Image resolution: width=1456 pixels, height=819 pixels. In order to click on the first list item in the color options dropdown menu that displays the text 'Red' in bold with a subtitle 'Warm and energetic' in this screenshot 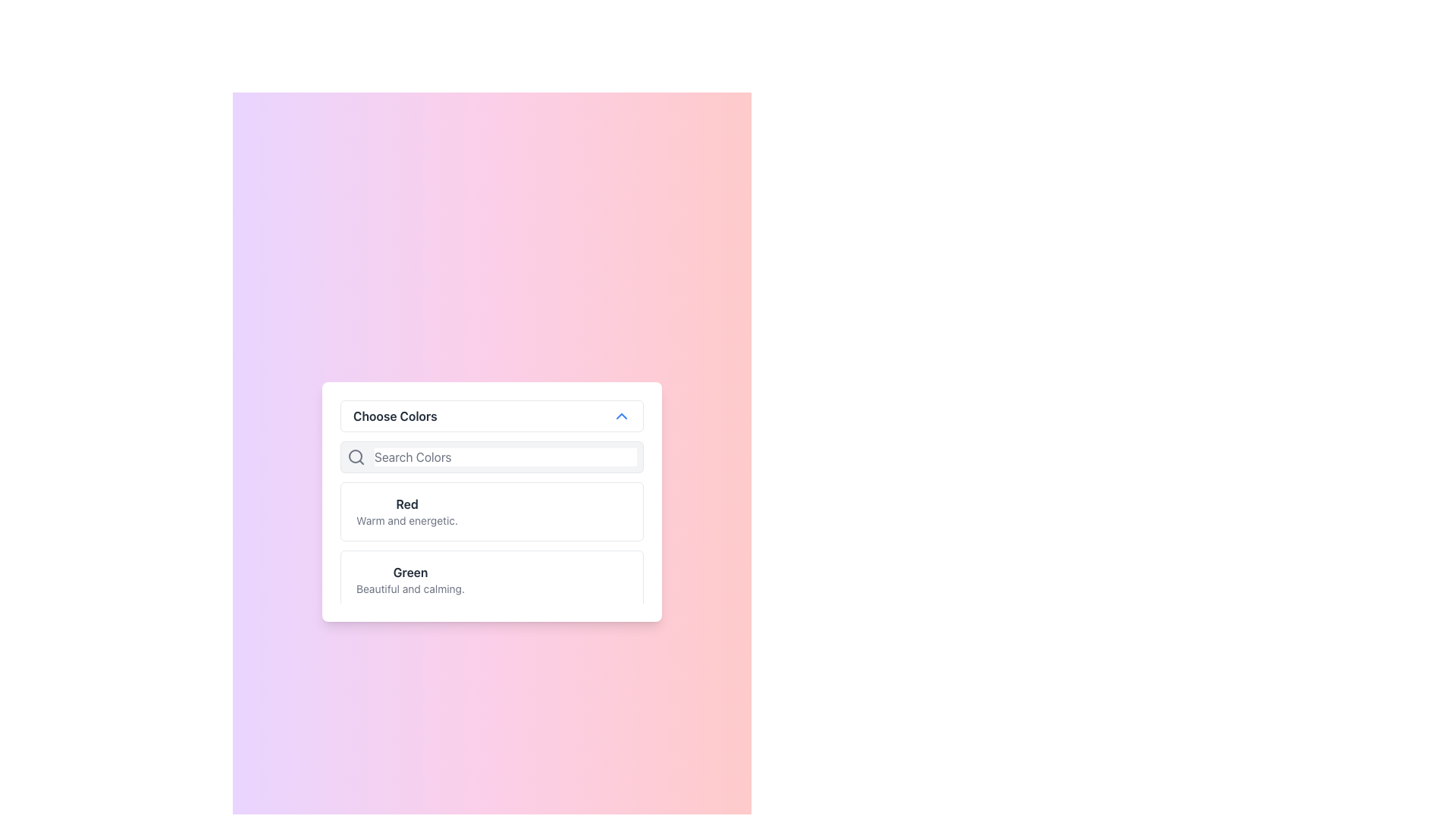, I will do `click(491, 512)`.